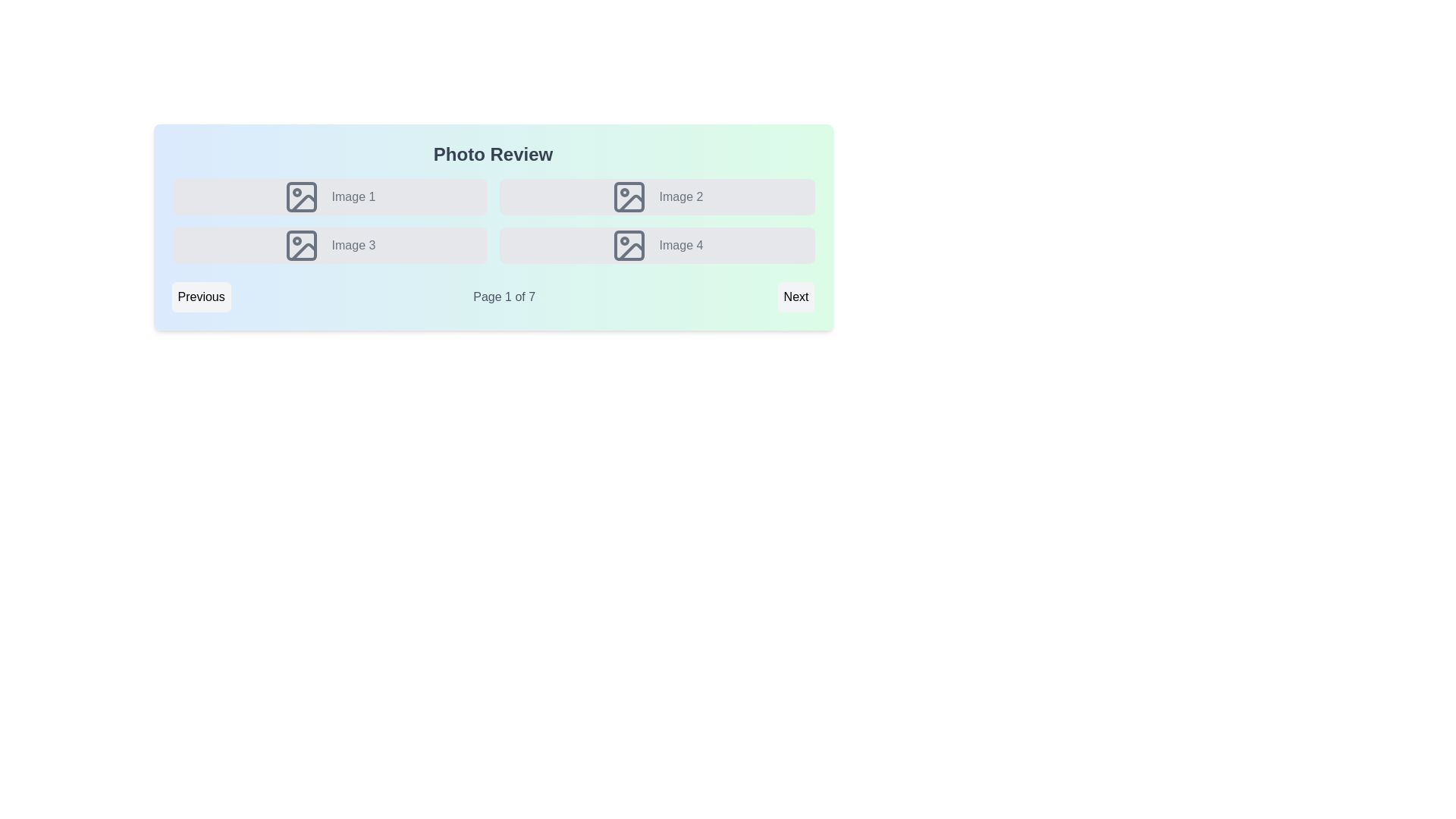 Image resolution: width=1456 pixels, height=819 pixels. What do you see at coordinates (353, 245) in the screenshot?
I see `the Text label, which serves` at bounding box center [353, 245].